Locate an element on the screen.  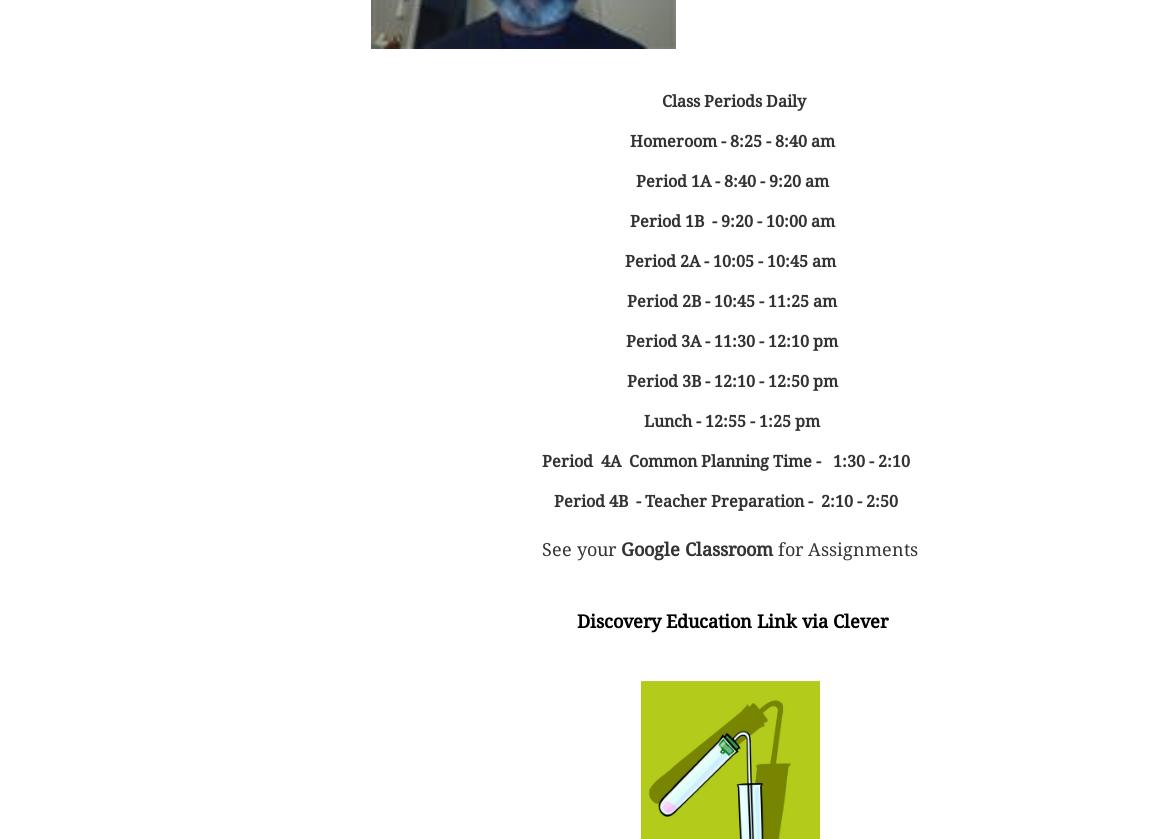
'Lunch - 12:55 - 1:25 pm' is located at coordinates (732, 420).